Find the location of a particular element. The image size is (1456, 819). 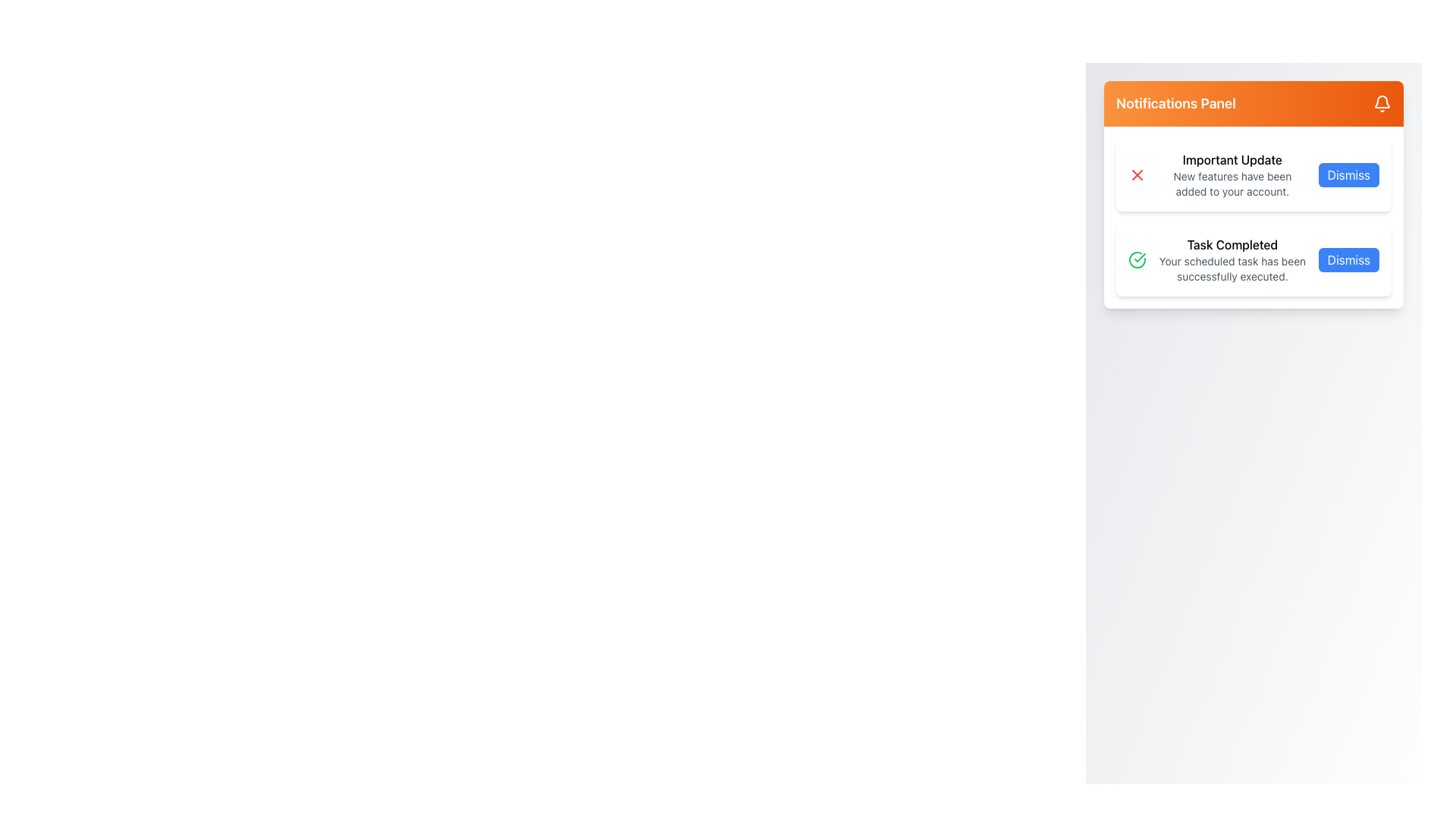

the notifications icon located at the upper-right corner of the orange header section of the Notifications Panel is located at coordinates (1382, 102).